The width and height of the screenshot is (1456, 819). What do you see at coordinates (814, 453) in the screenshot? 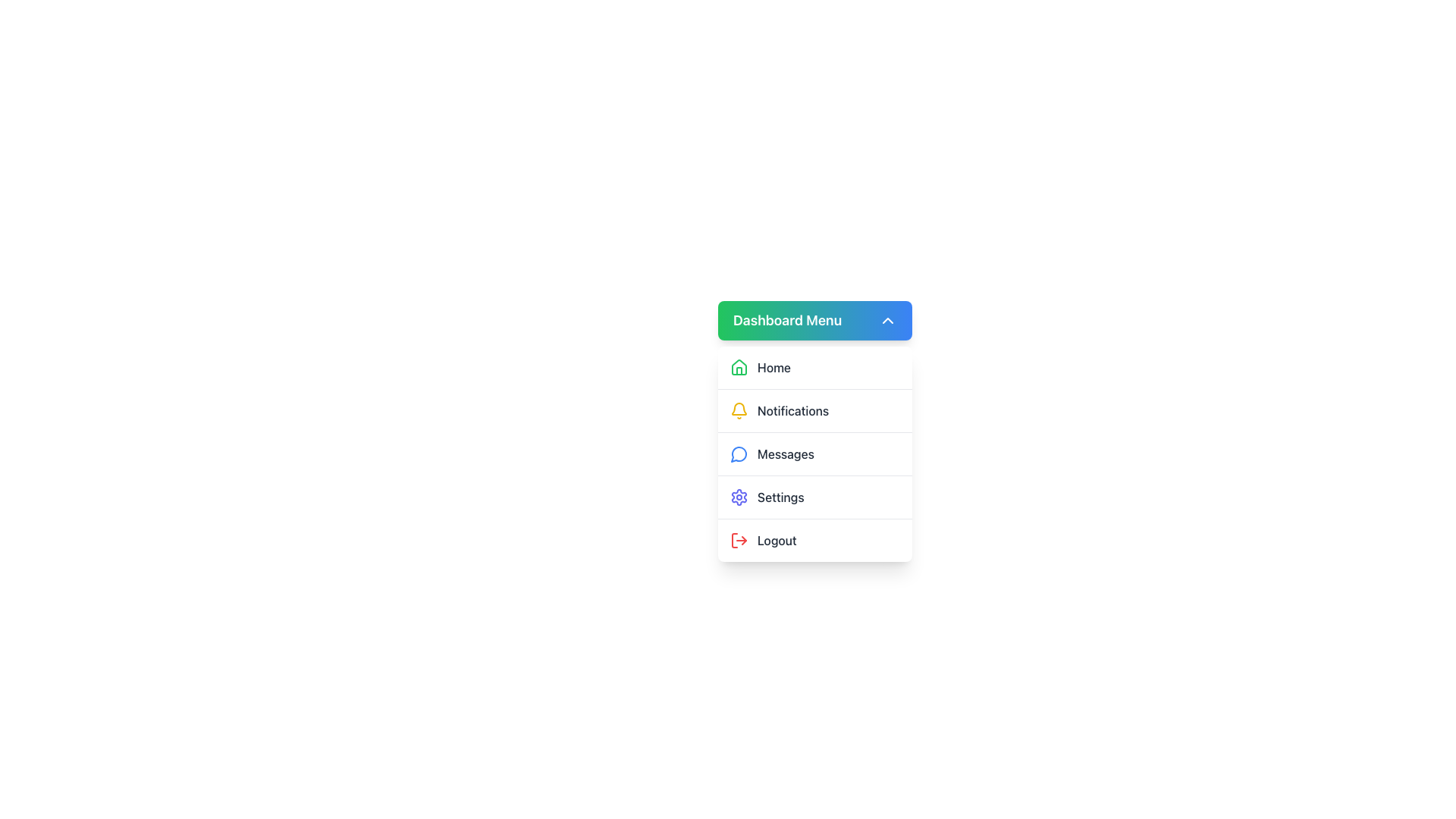
I see `the dropdown menu located below the 'Dashboard Menu' button` at bounding box center [814, 453].